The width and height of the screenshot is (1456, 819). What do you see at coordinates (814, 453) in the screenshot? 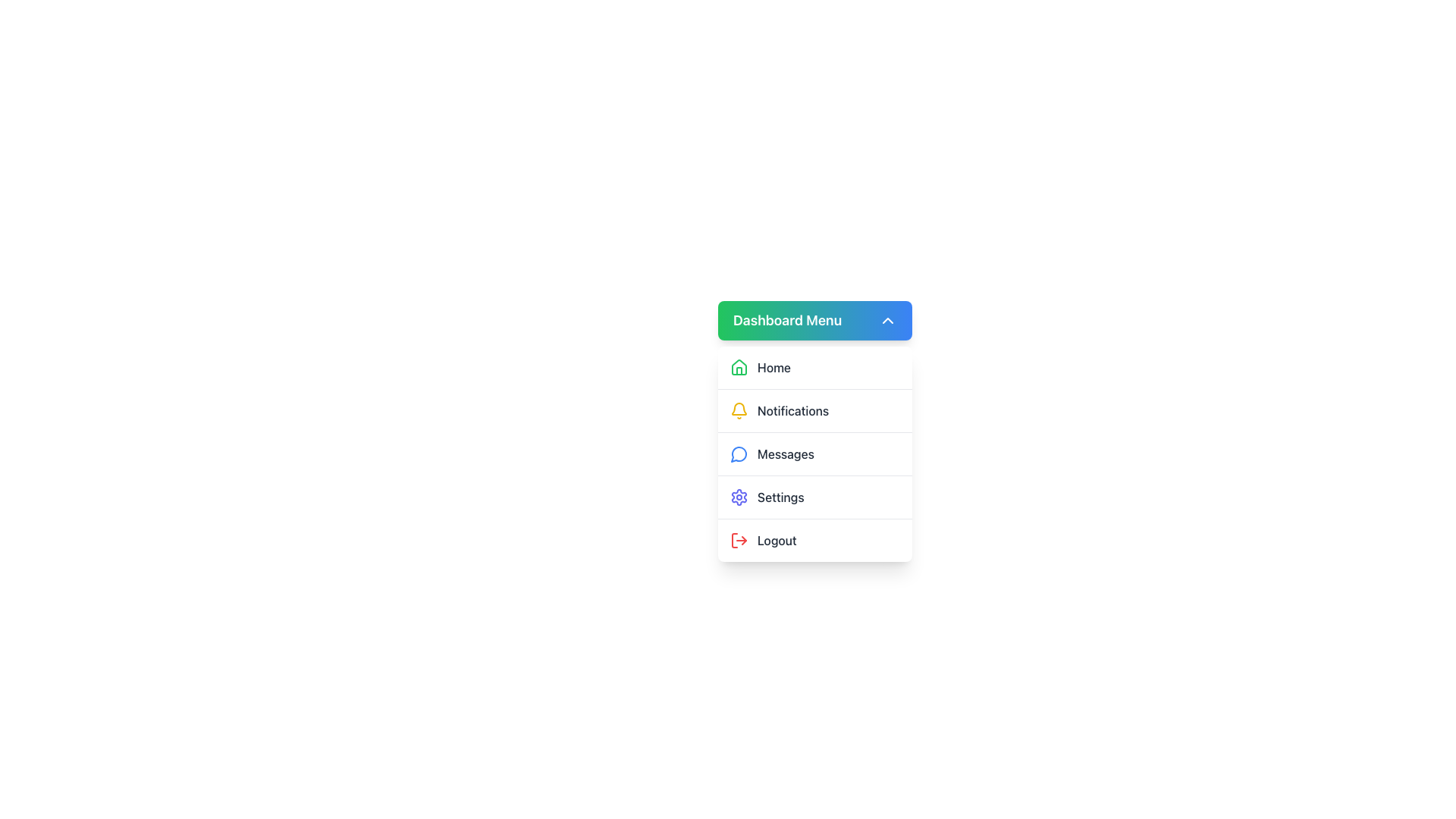
I see `the dropdown menu located below the 'Dashboard Menu' button` at bounding box center [814, 453].